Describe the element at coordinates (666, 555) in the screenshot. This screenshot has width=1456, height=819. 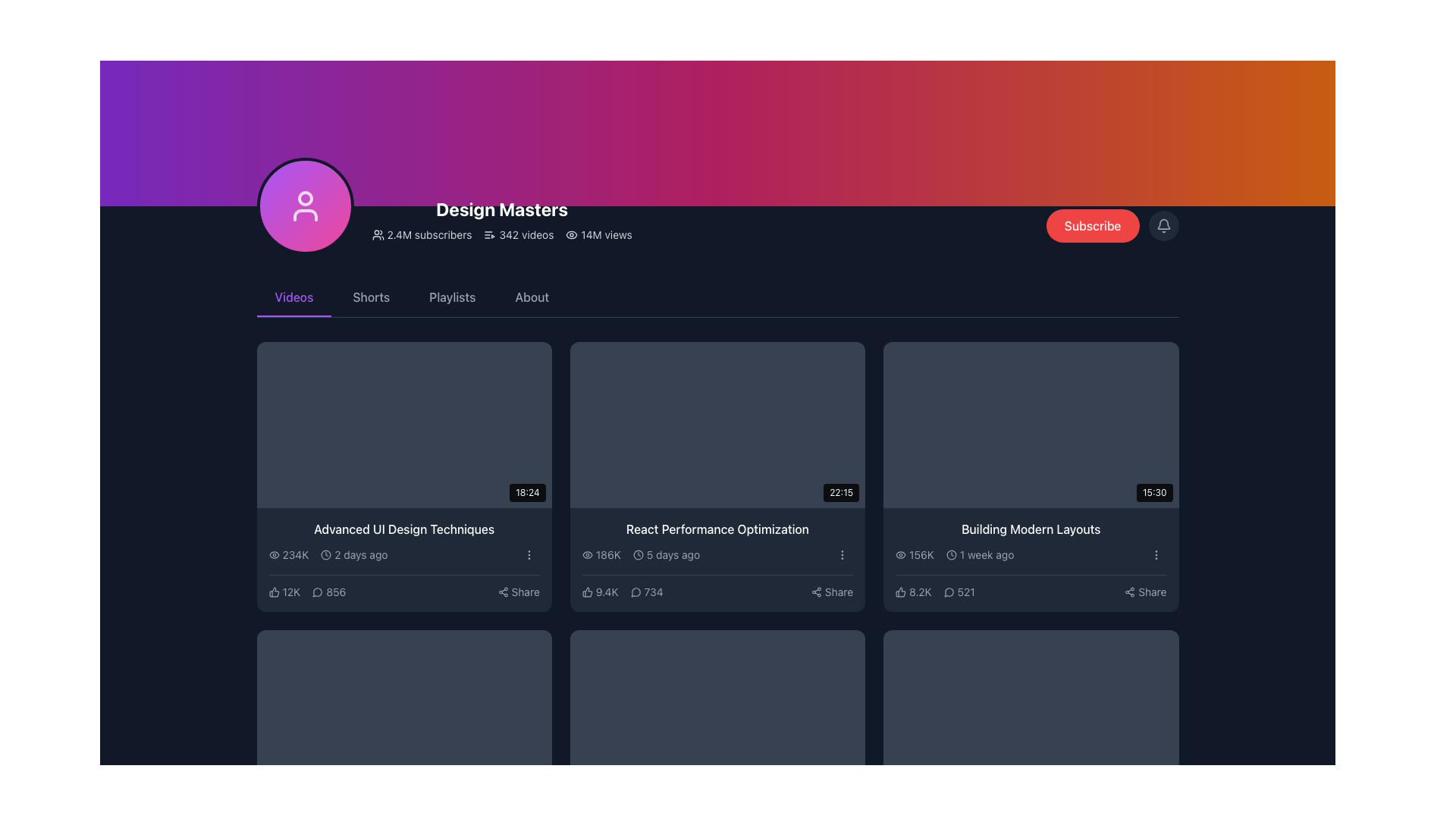
I see `the text label with an accompanying icon that indicates the upload or update timeframe of the associated content, located under the view count '186K' in the 'React Performance Optimization' card` at that location.